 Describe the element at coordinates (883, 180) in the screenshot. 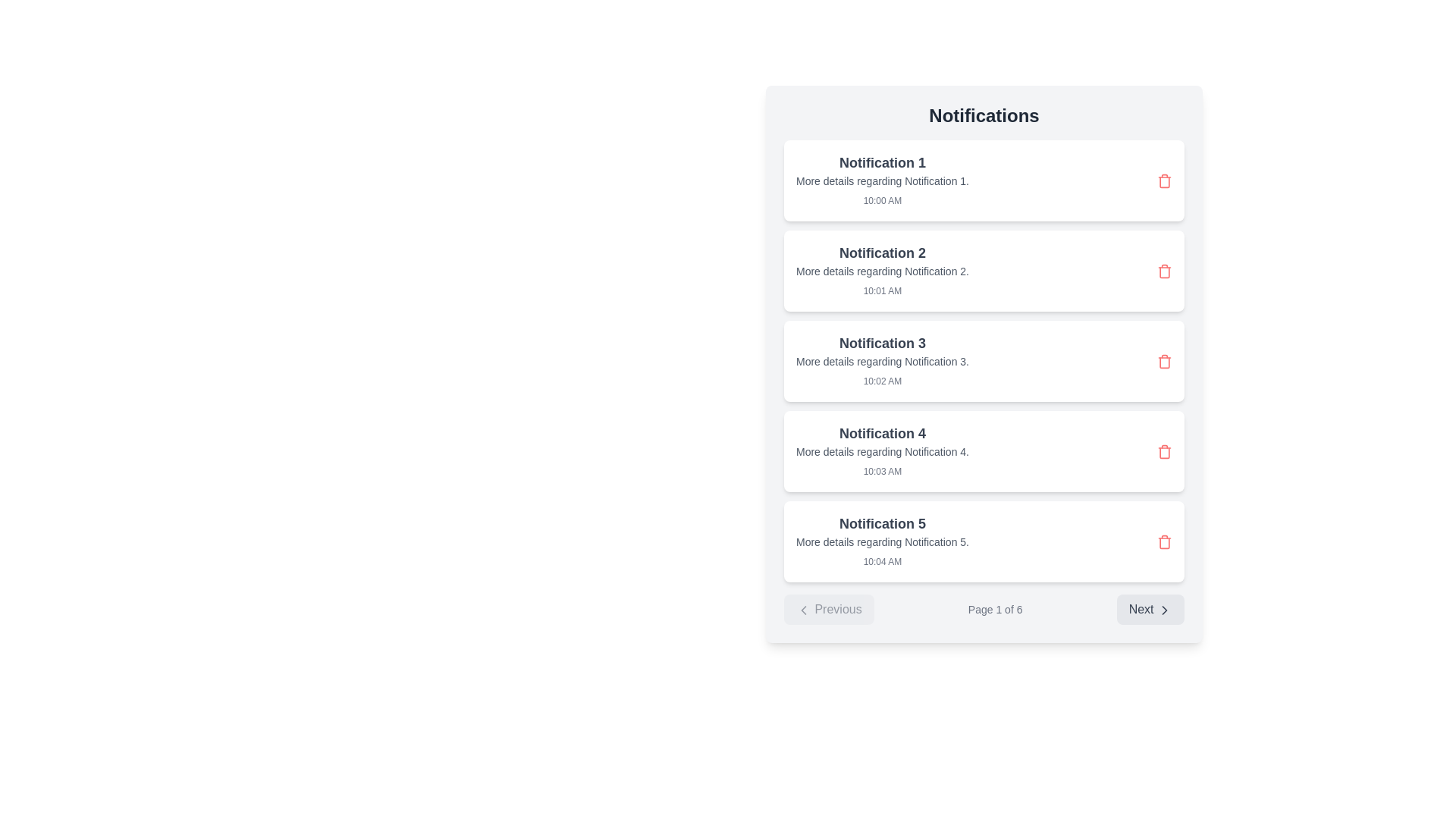

I see `text label located within the first notification card, positioned below the main title 'Notification 1'` at that location.